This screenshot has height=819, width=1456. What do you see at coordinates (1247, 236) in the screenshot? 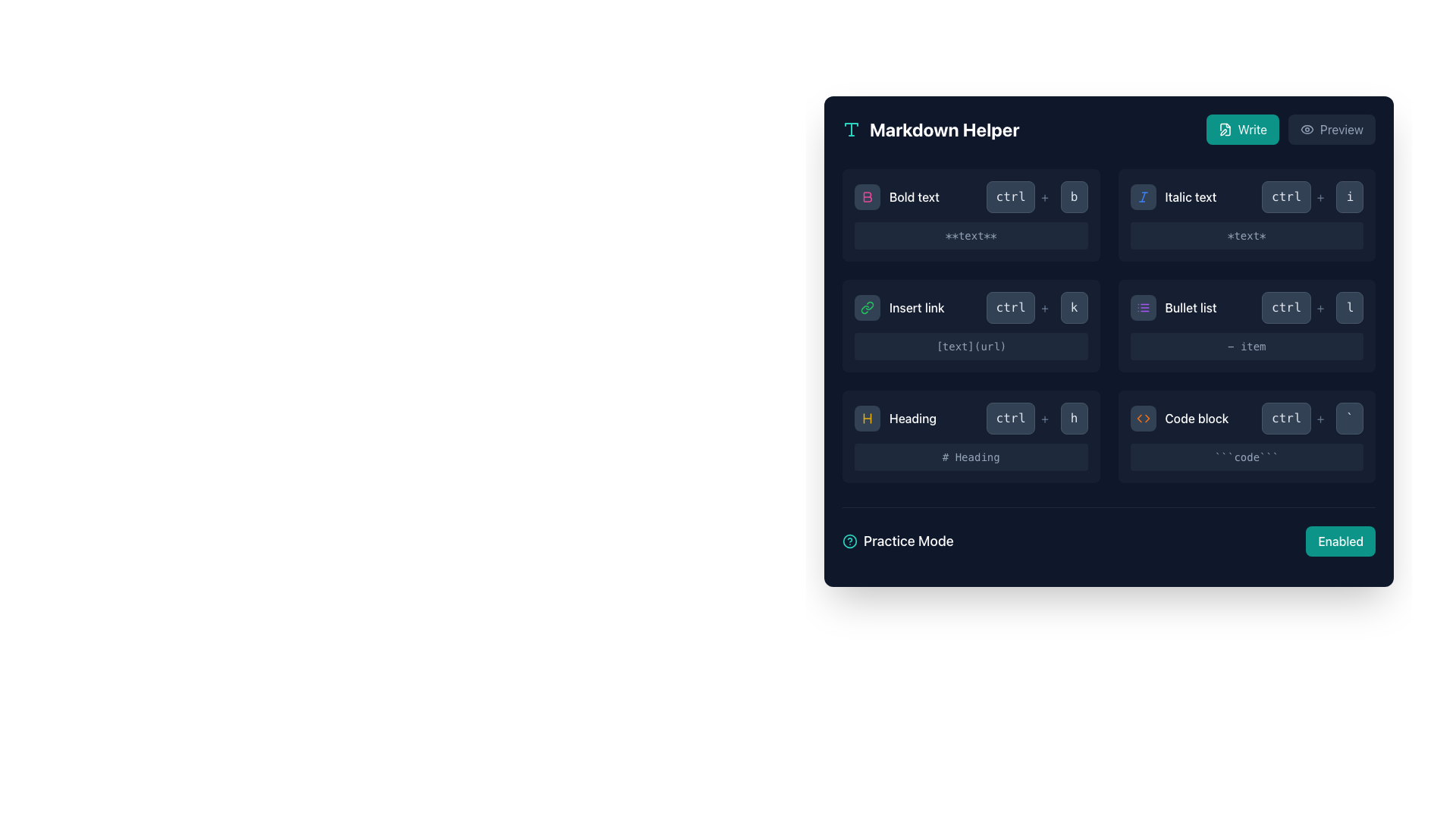
I see `the Text Display element that visually represents italic text rendered in markdown syntax, located in the third row of the Markdown Helper layout beneath the 'Italic text' section` at bounding box center [1247, 236].